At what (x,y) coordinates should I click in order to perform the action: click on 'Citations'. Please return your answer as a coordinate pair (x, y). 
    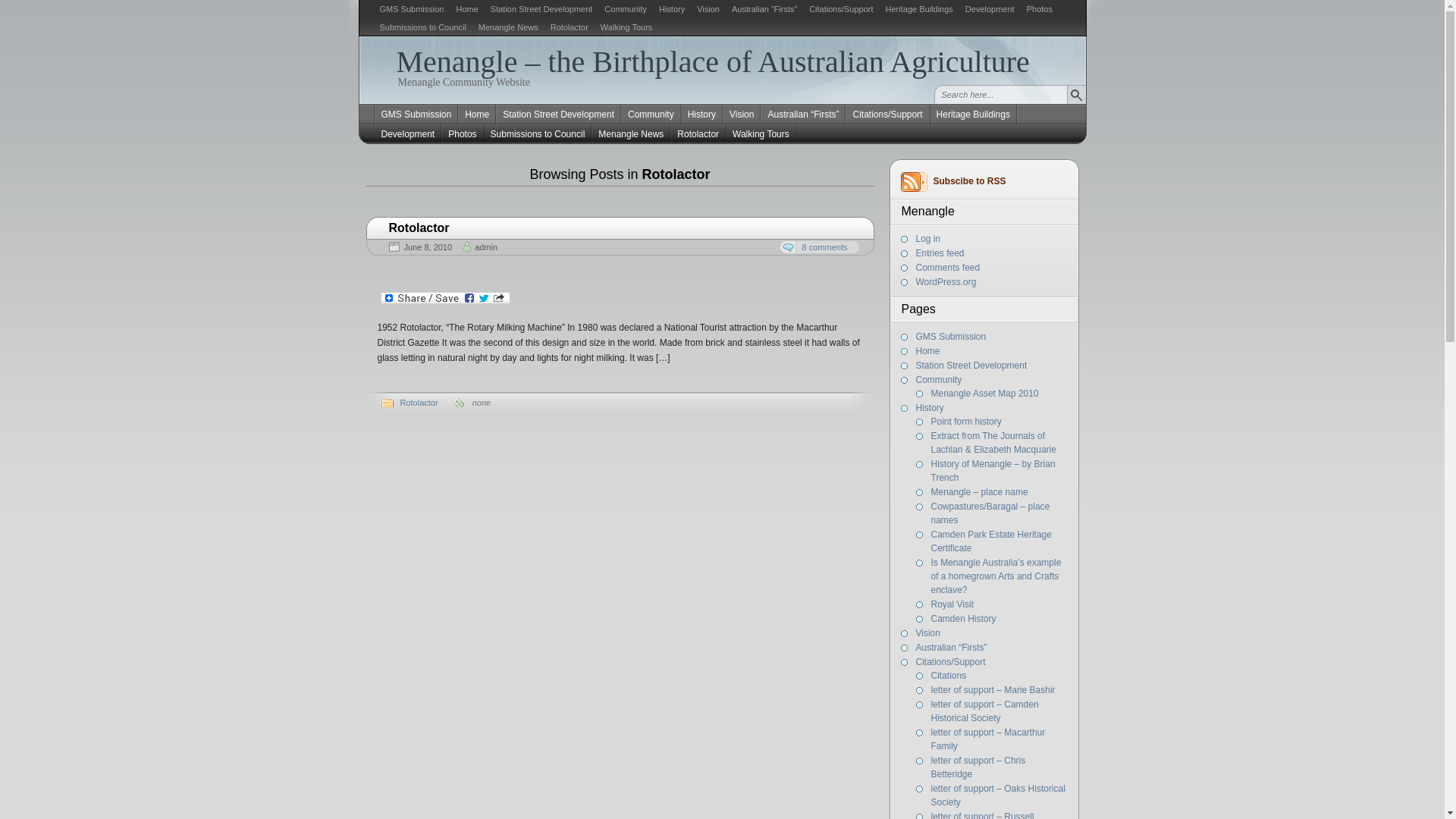
    Looking at the image, I should click on (948, 675).